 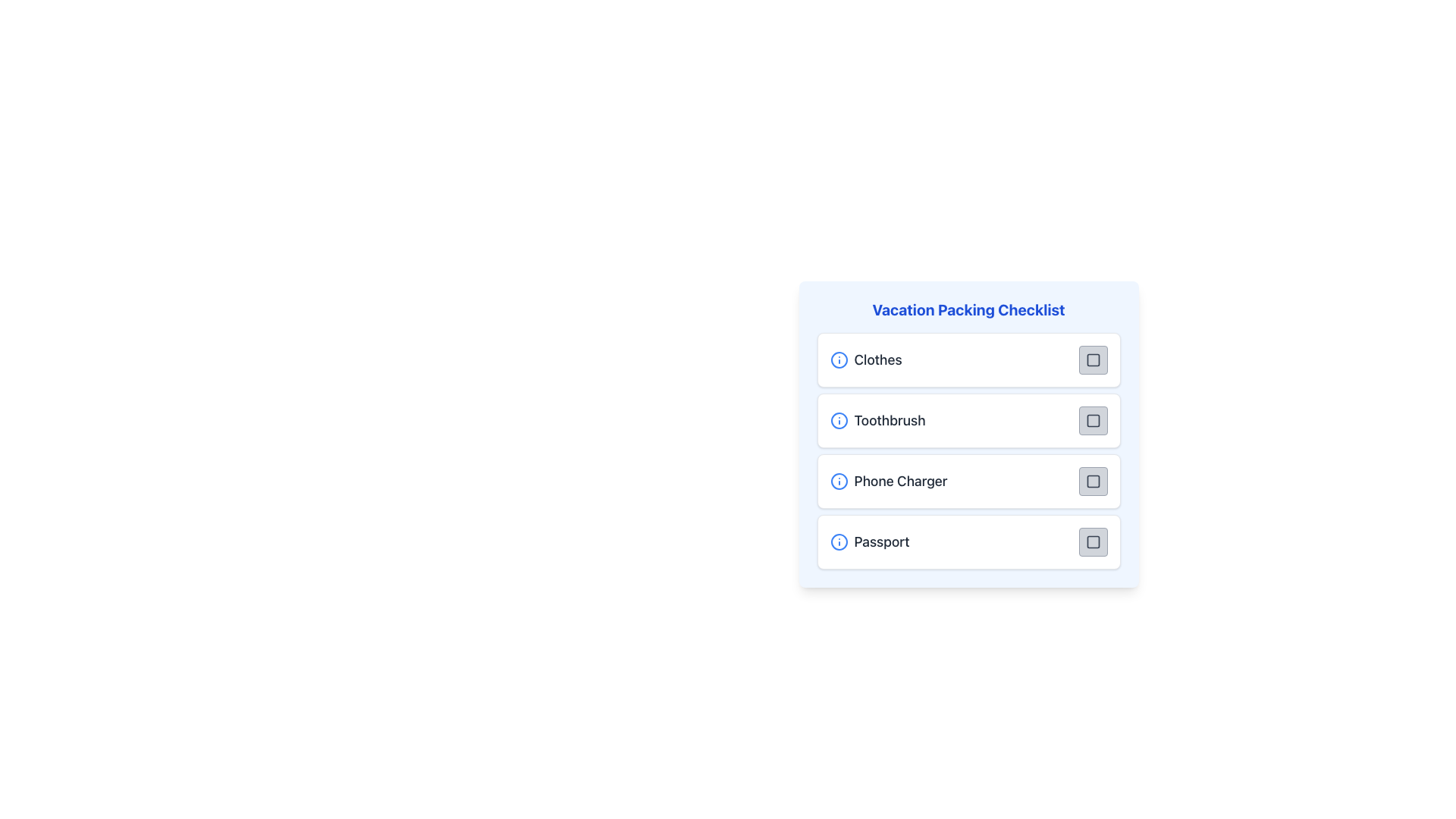 What do you see at coordinates (866, 359) in the screenshot?
I see `the label with an icon that serves as a descriptor for the first item in the checklist, which is located in the first row, to the left of a checkbox icon` at bounding box center [866, 359].